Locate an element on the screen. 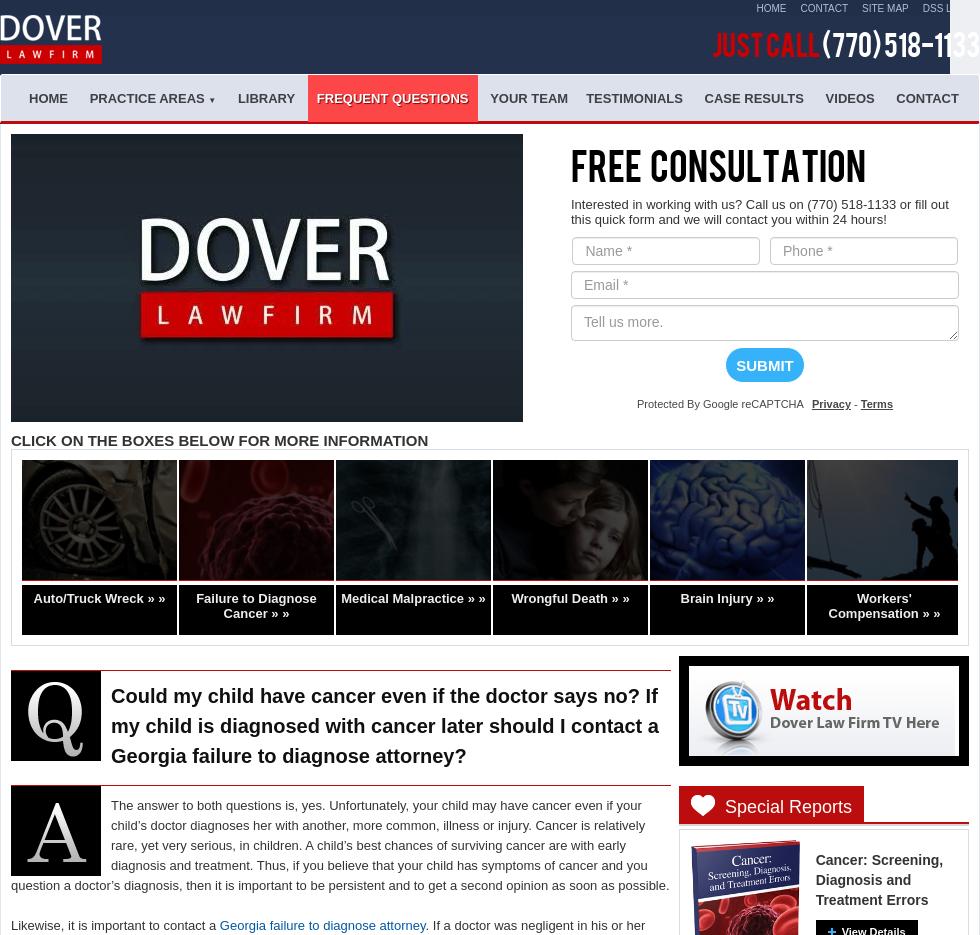 Image resolution: width=980 pixels, height=935 pixels. 'Videos' is located at coordinates (849, 97).